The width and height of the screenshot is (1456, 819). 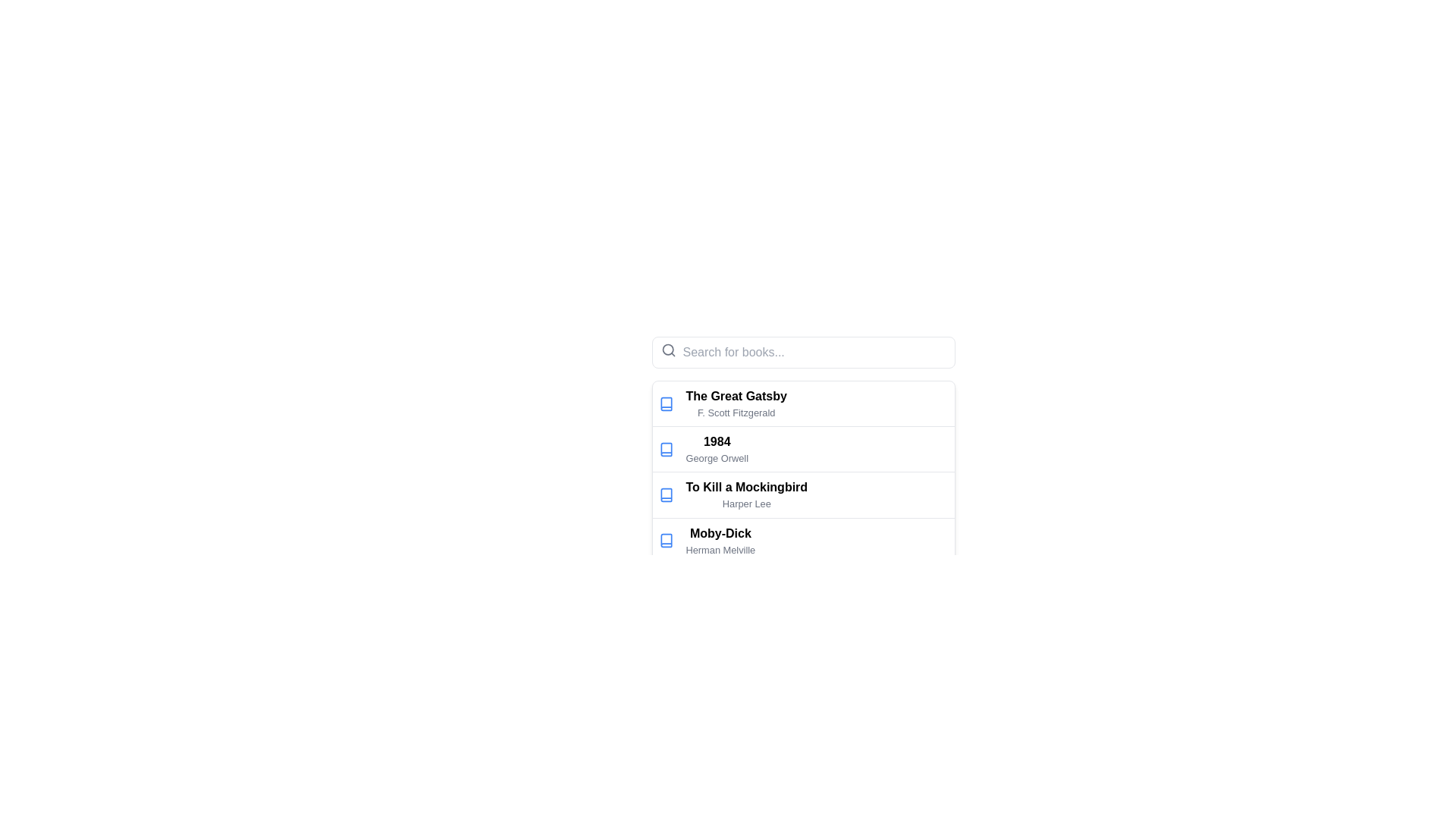 What do you see at coordinates (802, 427) in the screenshot?
I see `the second list item displaying detailed information for a specific book title, which shows its name and author` at bounding box center [802, 427].